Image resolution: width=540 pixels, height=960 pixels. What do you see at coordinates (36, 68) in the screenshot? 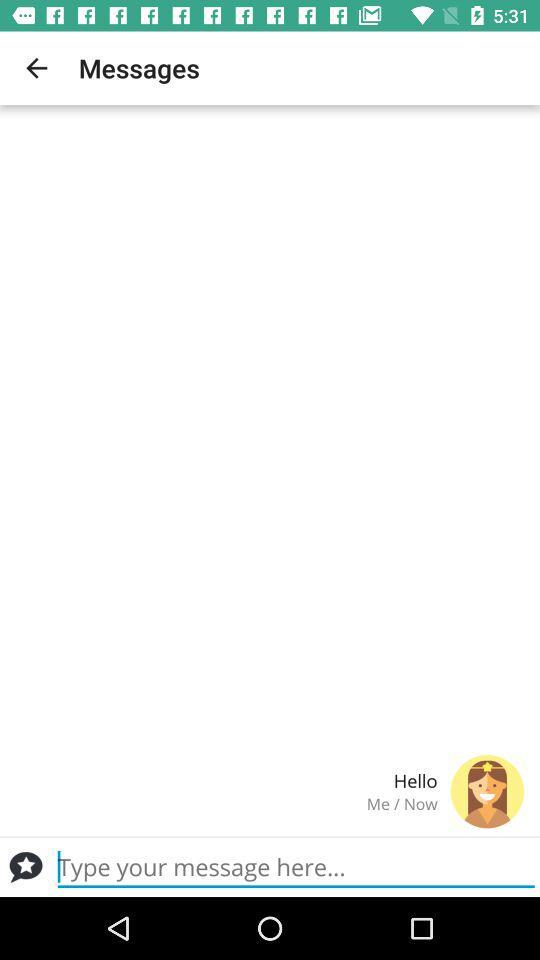
I see `item next to the messages icon` at bounding box center [36, 68].